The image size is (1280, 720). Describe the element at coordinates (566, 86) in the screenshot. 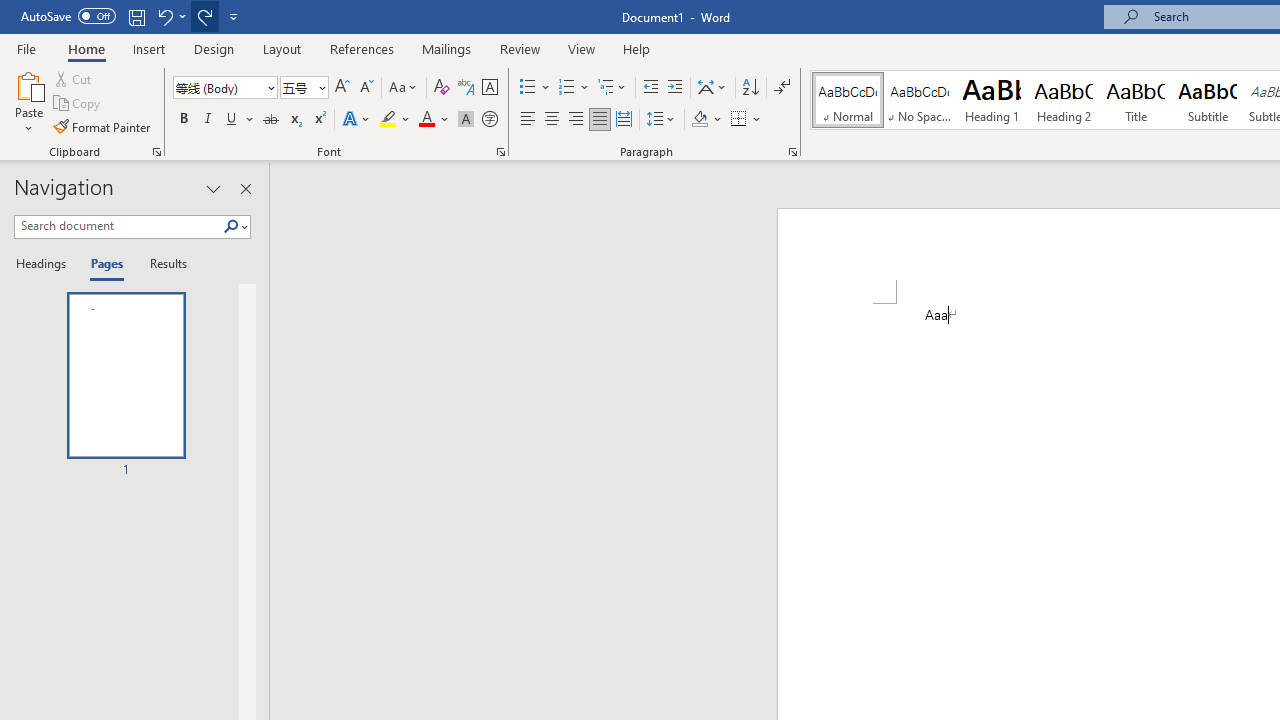

I see `'Numbering'` at that location.